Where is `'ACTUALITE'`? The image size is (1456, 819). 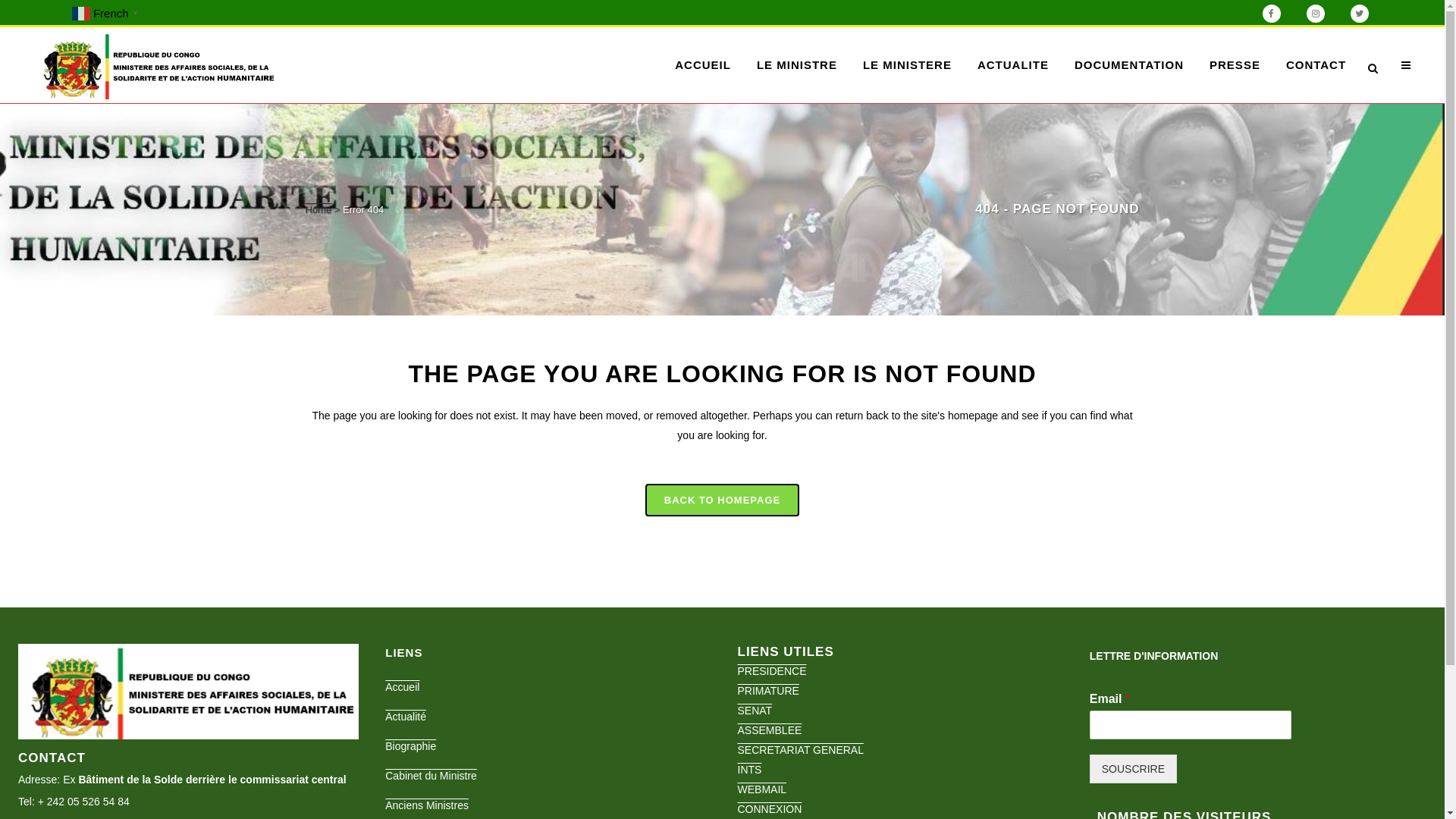
'ACTUALITE' is located at coordinates (1012, 64).